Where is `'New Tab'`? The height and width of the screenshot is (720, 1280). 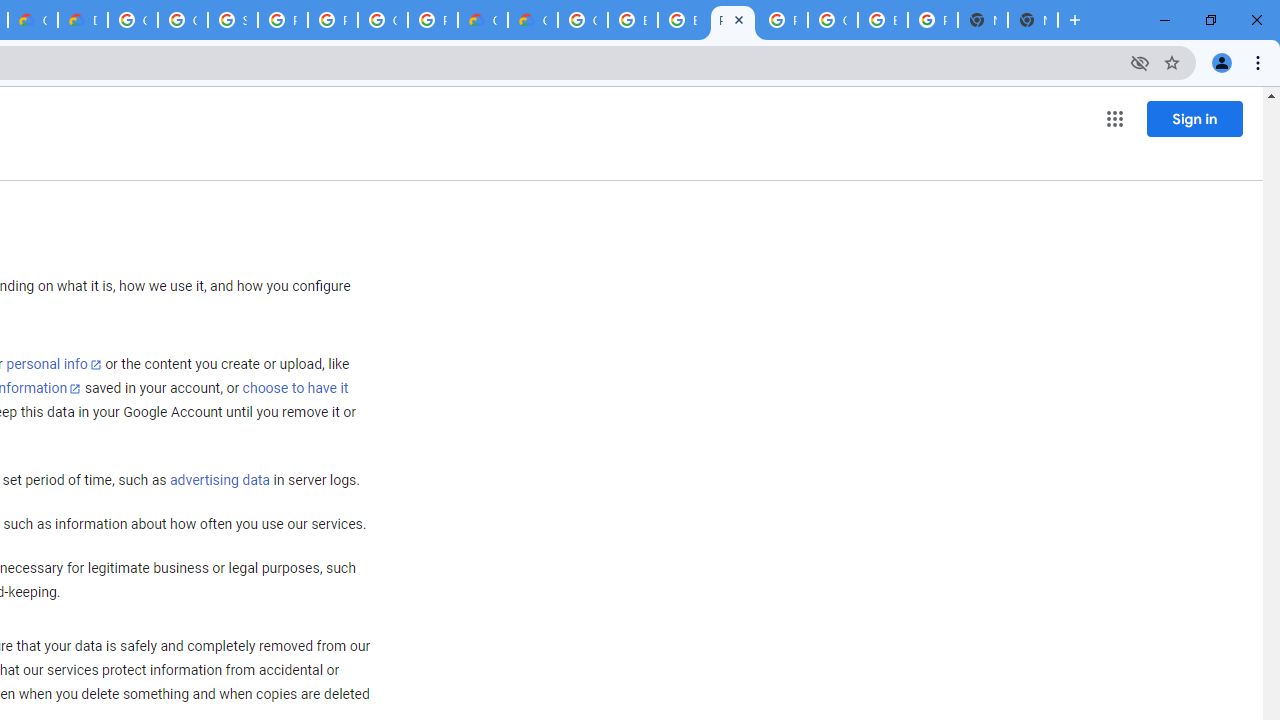 'New Tab' is located at coordinates (1032, 20).